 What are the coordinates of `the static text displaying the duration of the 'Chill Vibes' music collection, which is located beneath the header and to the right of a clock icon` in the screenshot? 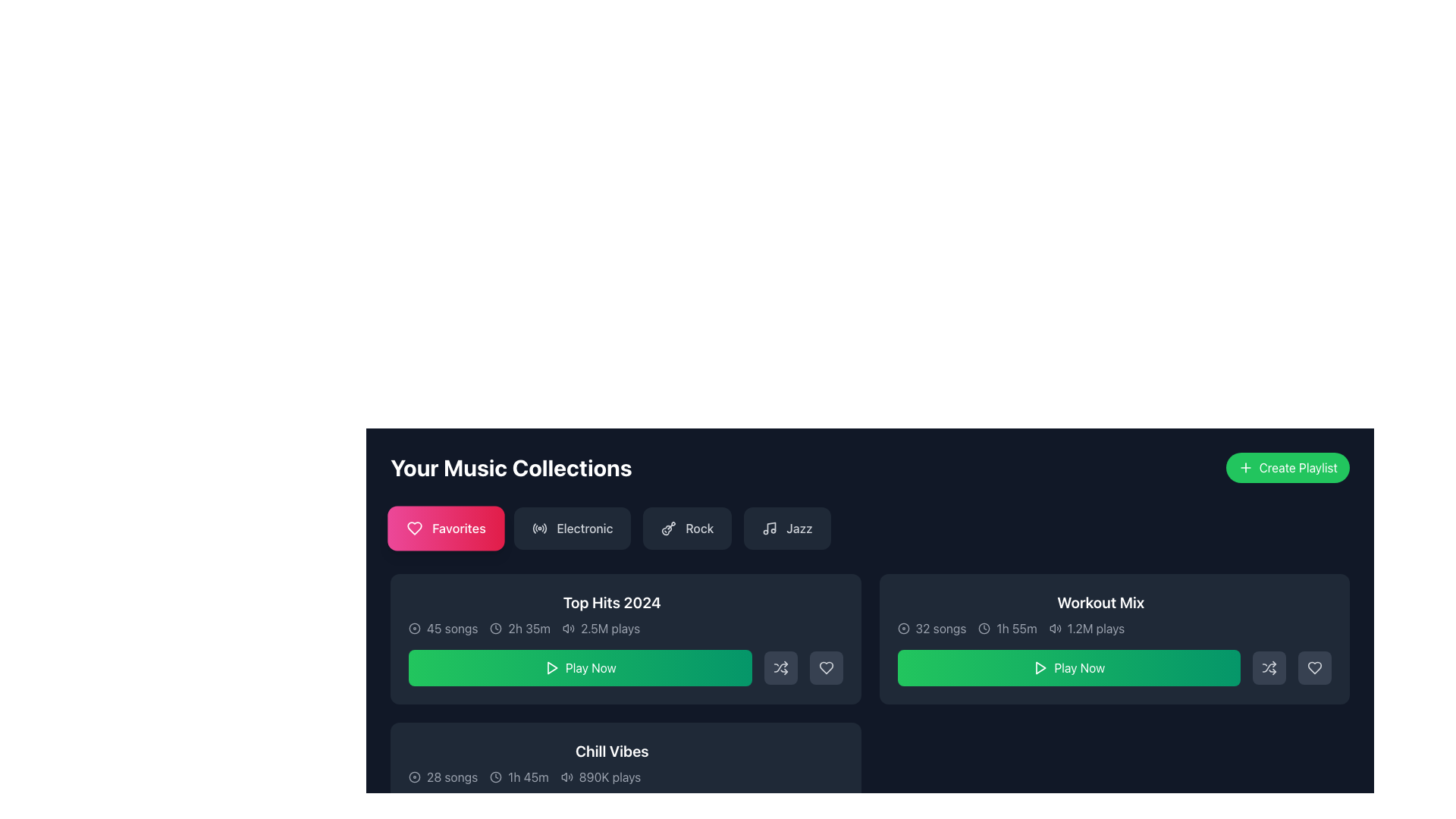 It's located at (528, 777).